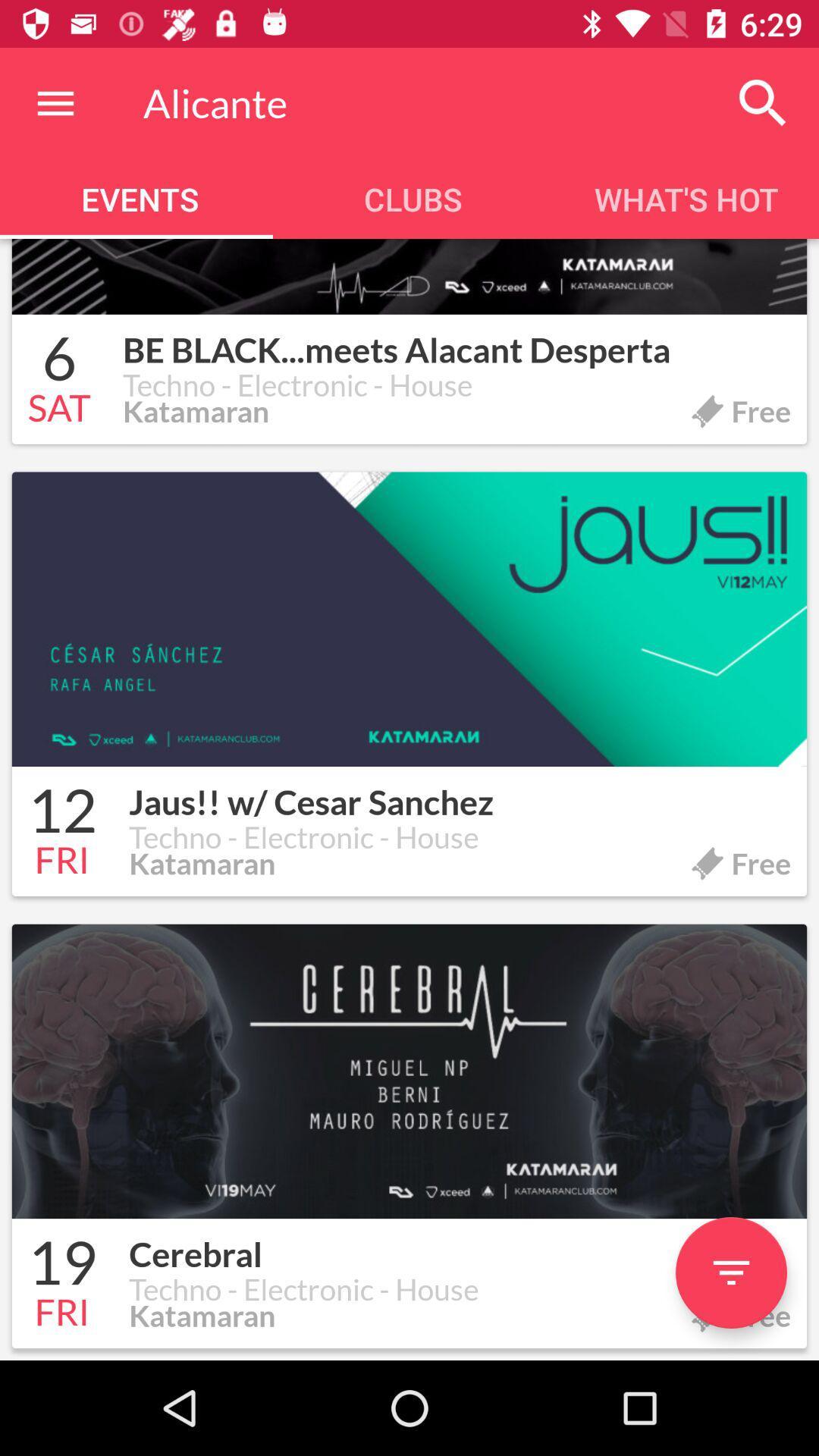  I want to click on item next to the alicante icon, so click(763, 102).